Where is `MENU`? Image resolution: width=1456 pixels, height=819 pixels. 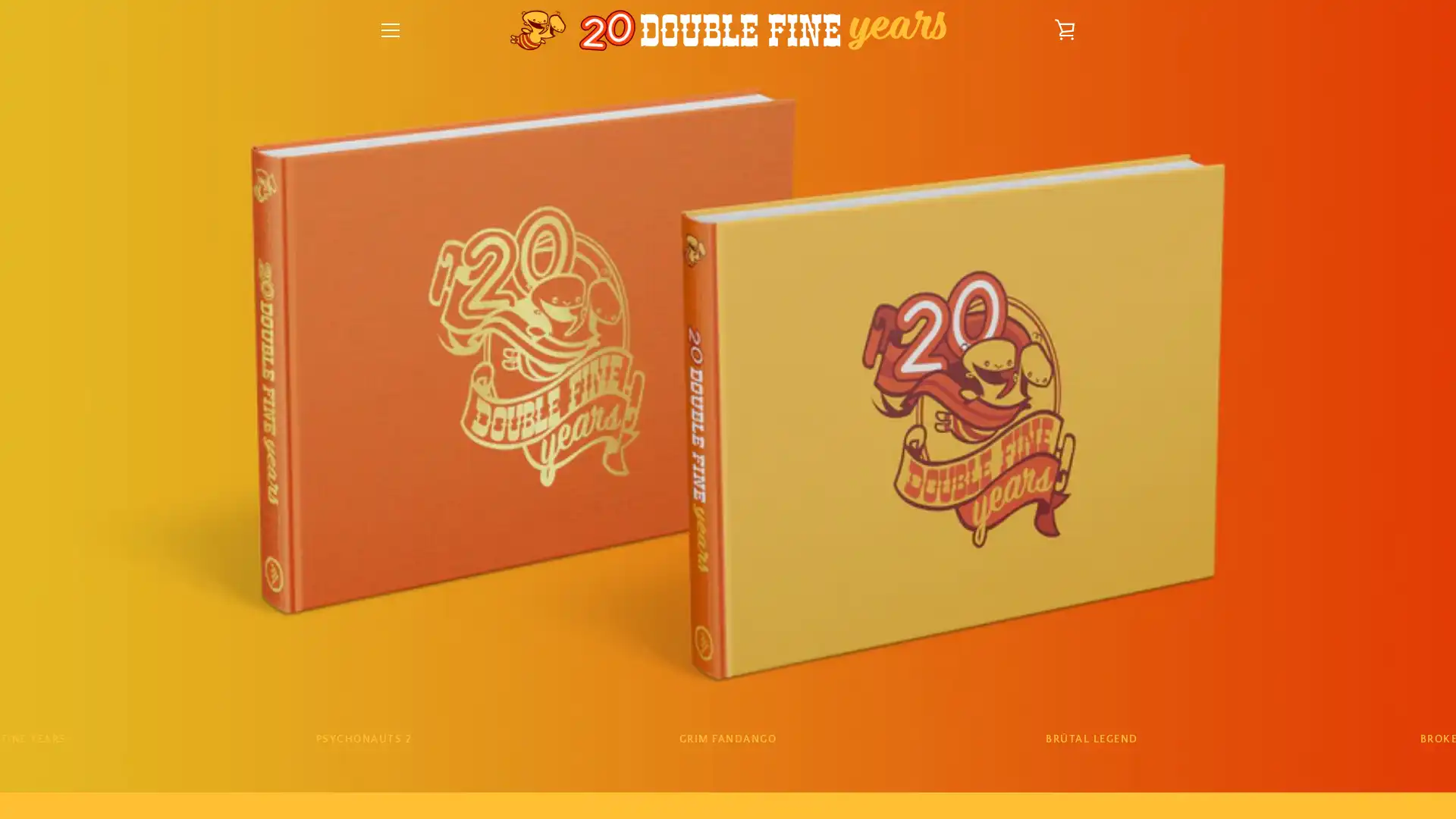 MENU is located at coordinates (390, 30).